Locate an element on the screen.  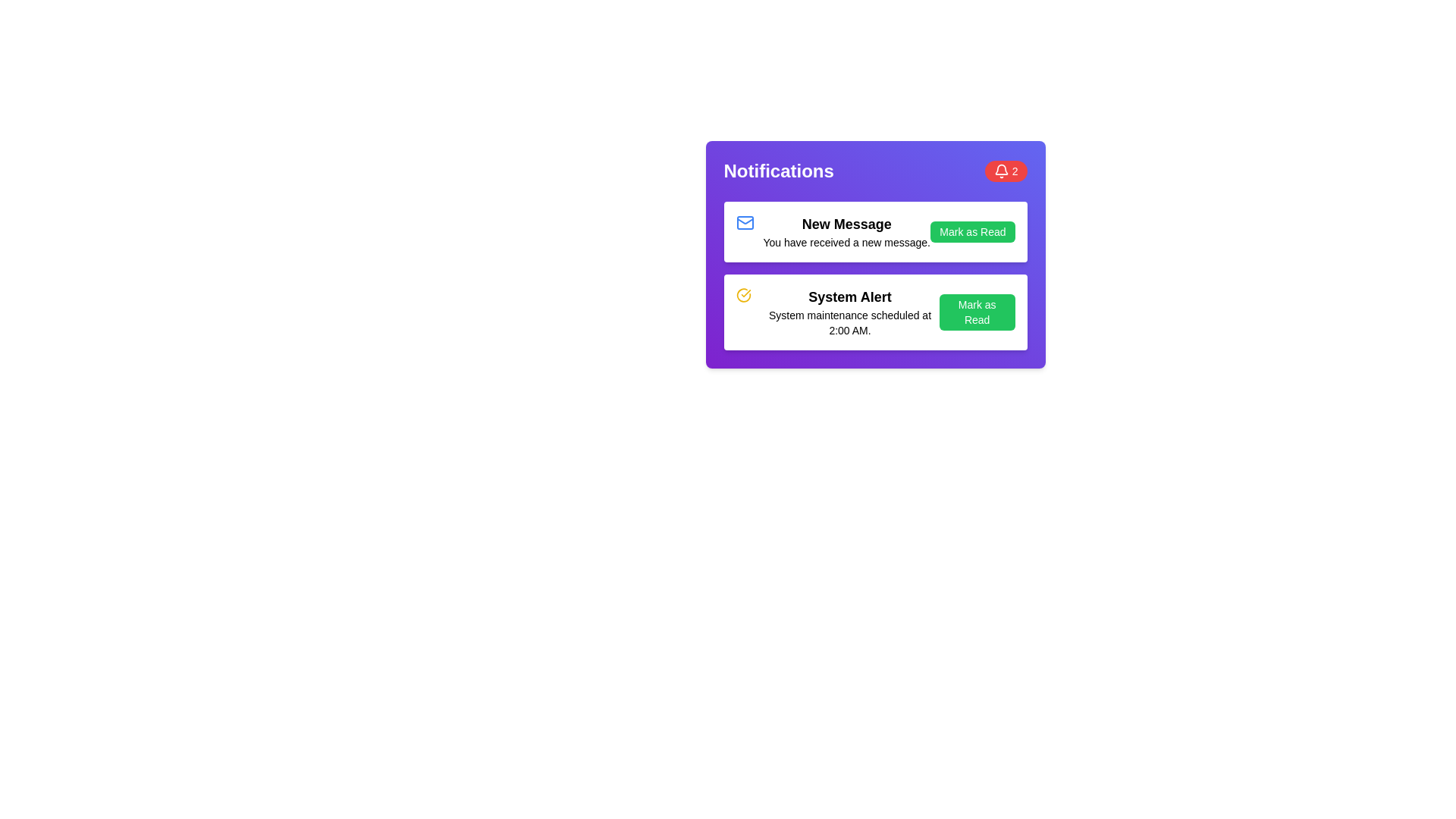
value displayed in the small text label containing the number '2', which is styled in white color and located within a red background badge in the top-right corner of the 'Notifications' interface, to the right of a bell icon is located at coordinates (1015, 171).